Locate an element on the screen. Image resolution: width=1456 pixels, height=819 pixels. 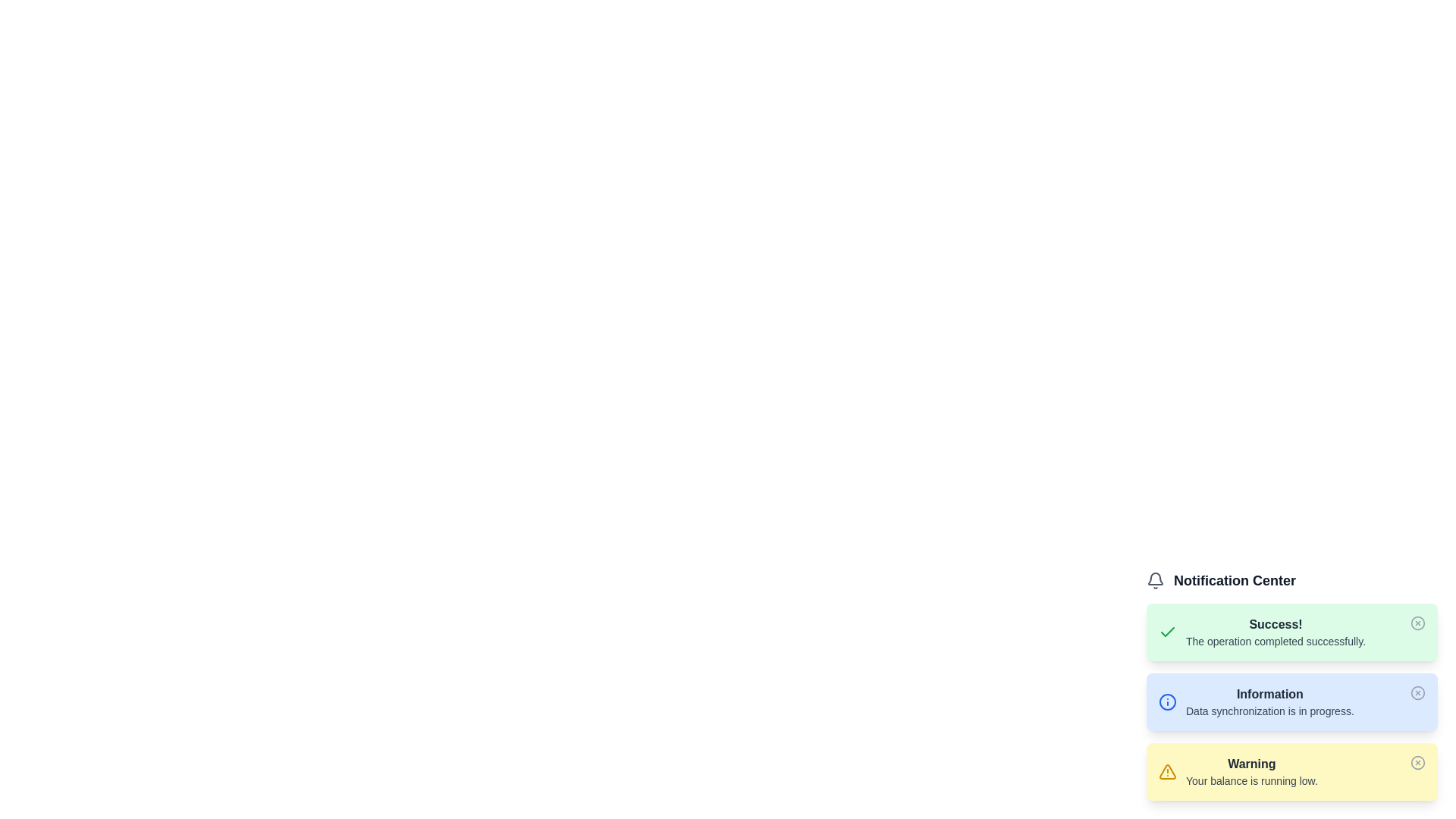
the yellow triangular alert icon with an exclamation point, located to the left of the 'Warning' section in the notification center is located at coordinates (1167, 772).